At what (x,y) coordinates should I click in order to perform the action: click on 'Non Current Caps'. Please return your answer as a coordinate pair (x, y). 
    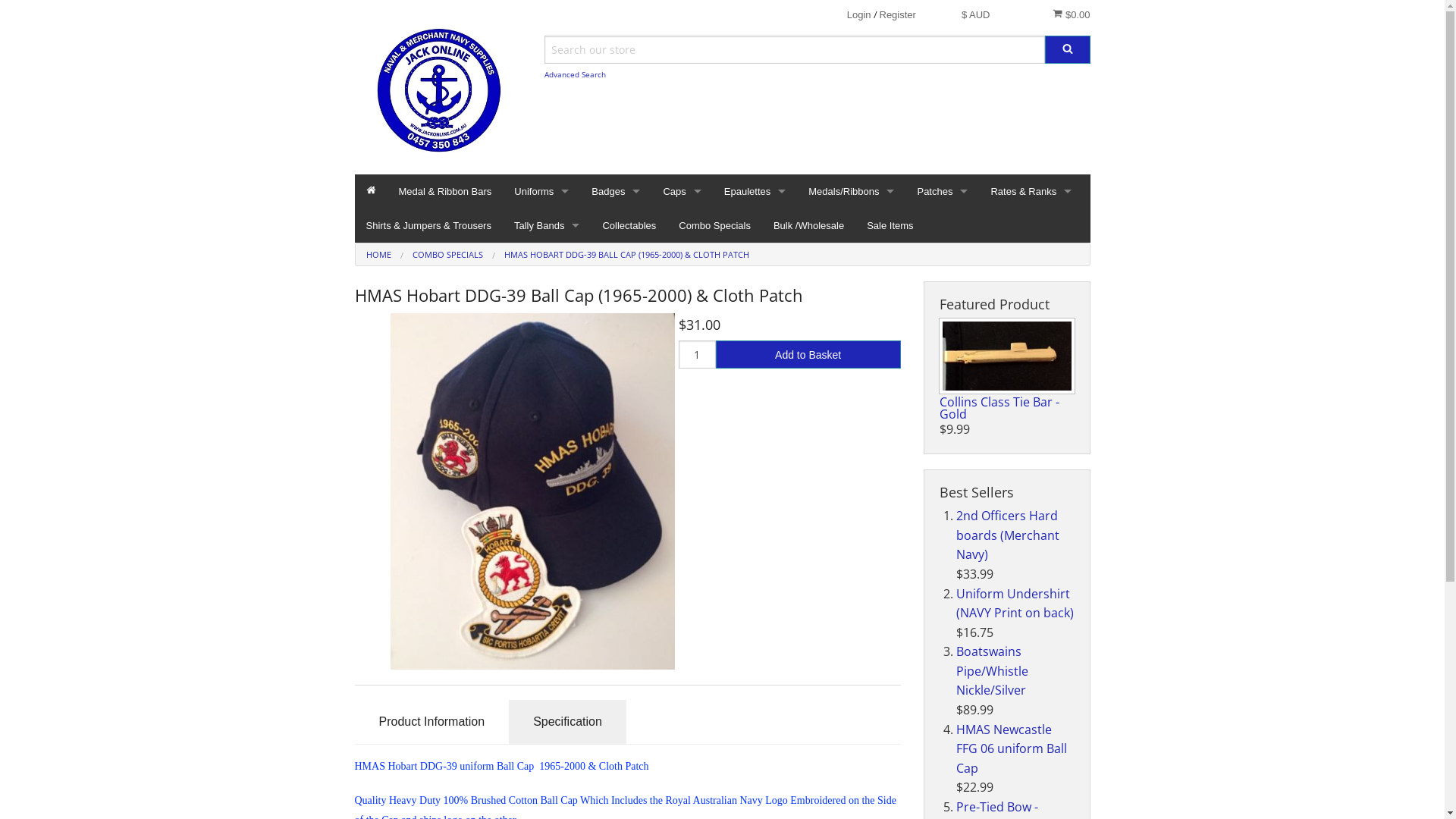
    Looking at the image, I should click on (680, 312).